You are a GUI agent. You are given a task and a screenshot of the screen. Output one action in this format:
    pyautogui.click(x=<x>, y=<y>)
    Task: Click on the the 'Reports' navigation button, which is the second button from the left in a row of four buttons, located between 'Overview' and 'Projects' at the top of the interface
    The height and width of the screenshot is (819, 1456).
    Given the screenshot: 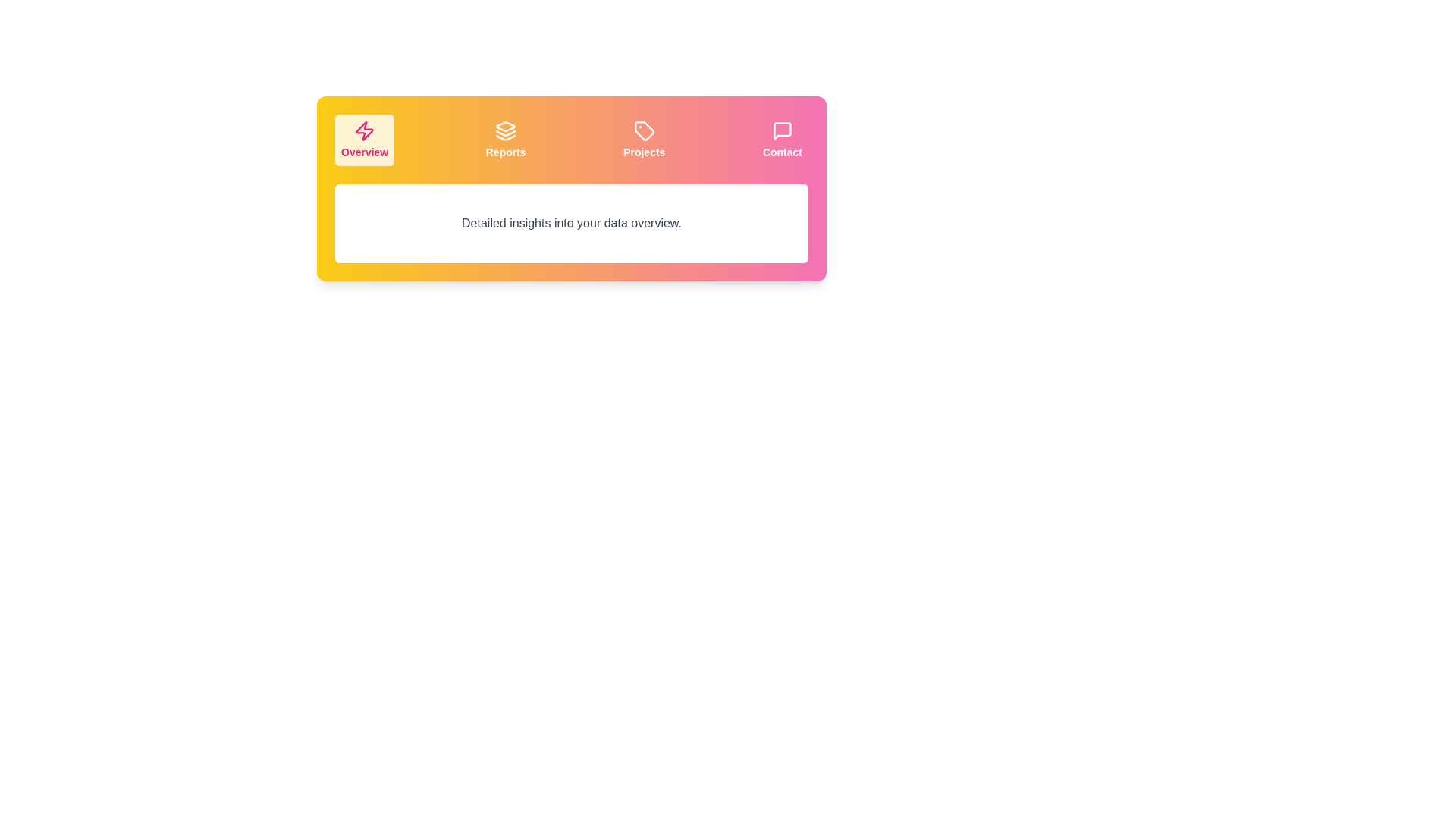 What is the action you would take?
    pyautogui.click(x=506, y=140)
    